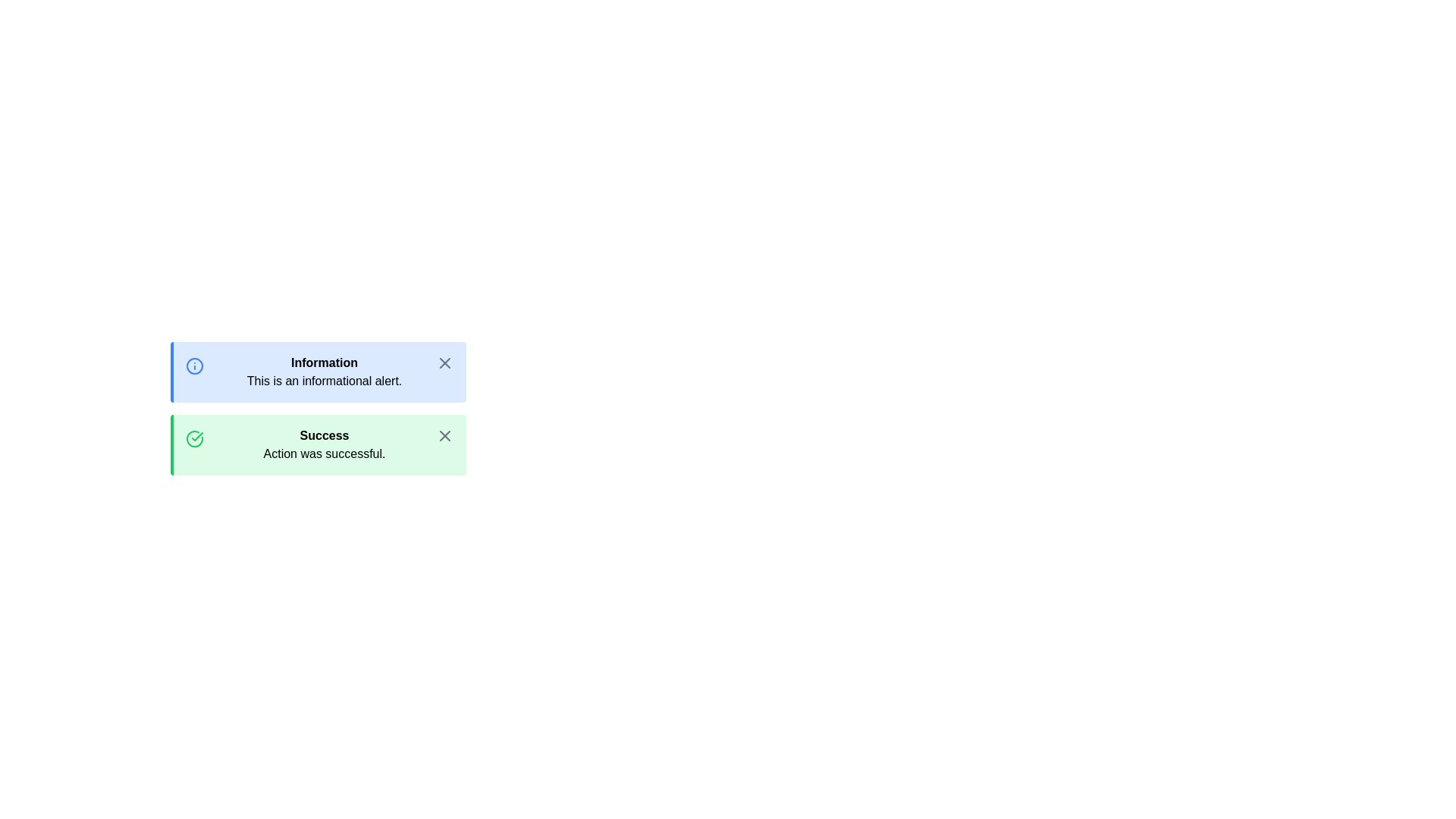  What do you see at coordinates (444, 362) in the screenshot?
I see `the Close Button located in the top-right corner of the blue alert box` at bounding box center [444, 362].